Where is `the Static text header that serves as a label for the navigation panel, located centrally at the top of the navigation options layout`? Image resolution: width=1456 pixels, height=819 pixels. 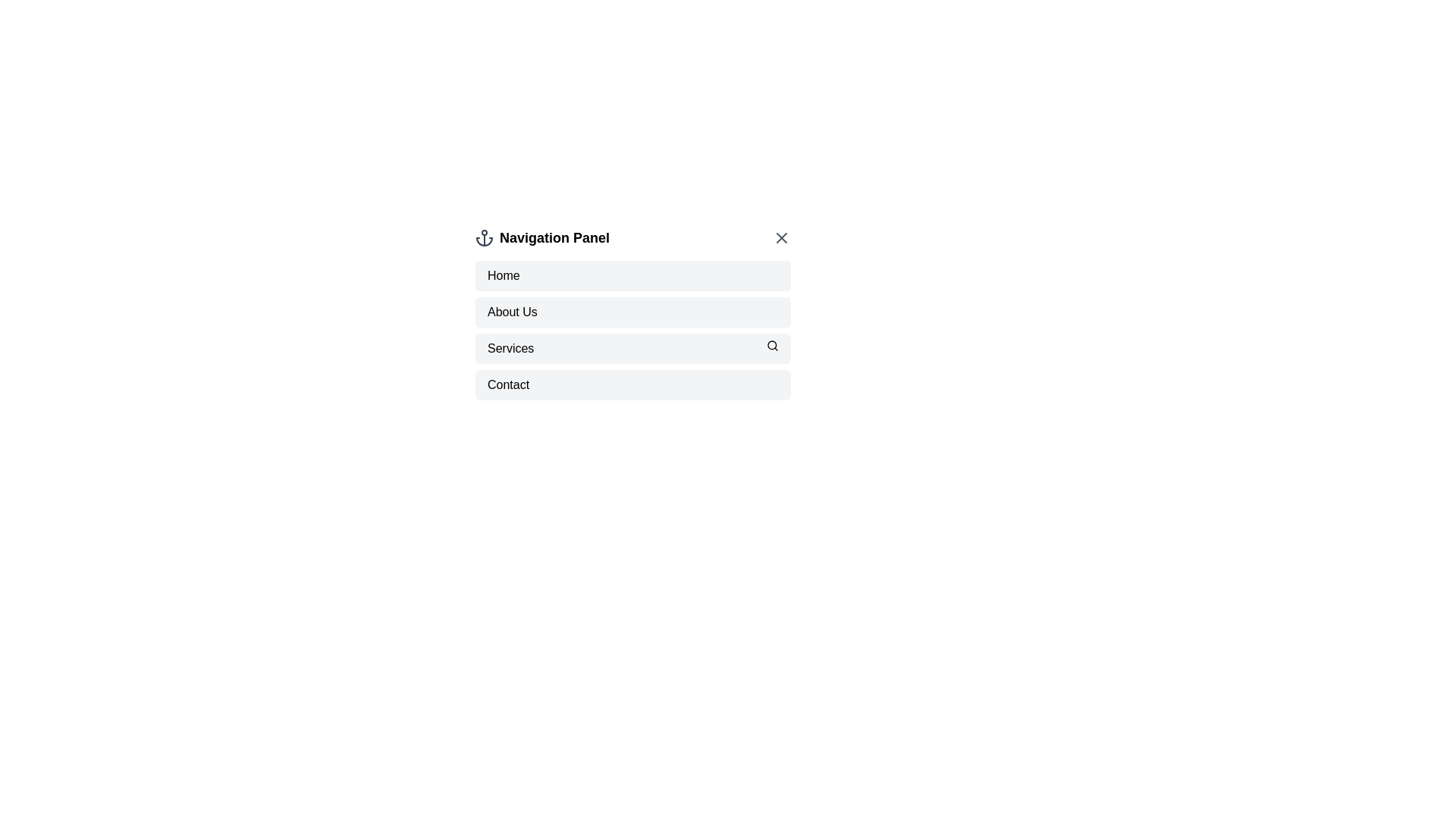
the Static text header that serves as a label for the navigation panel, located centrally at the top of the navigation options layout is located at coordinates (554, 237).